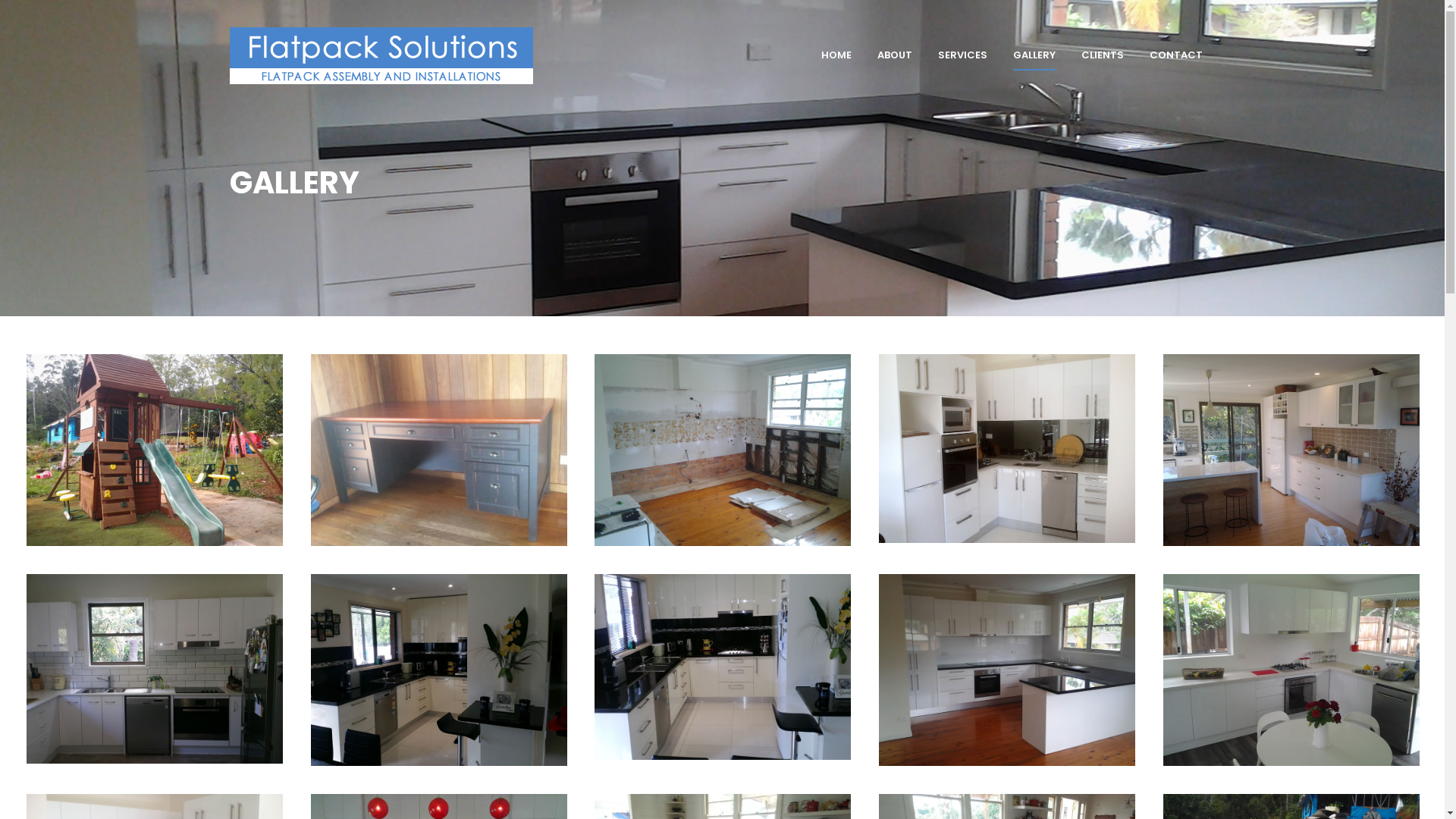  Describe the element at coordinates (836, 55) in the screenshot. I see `'HOME'` at that location.